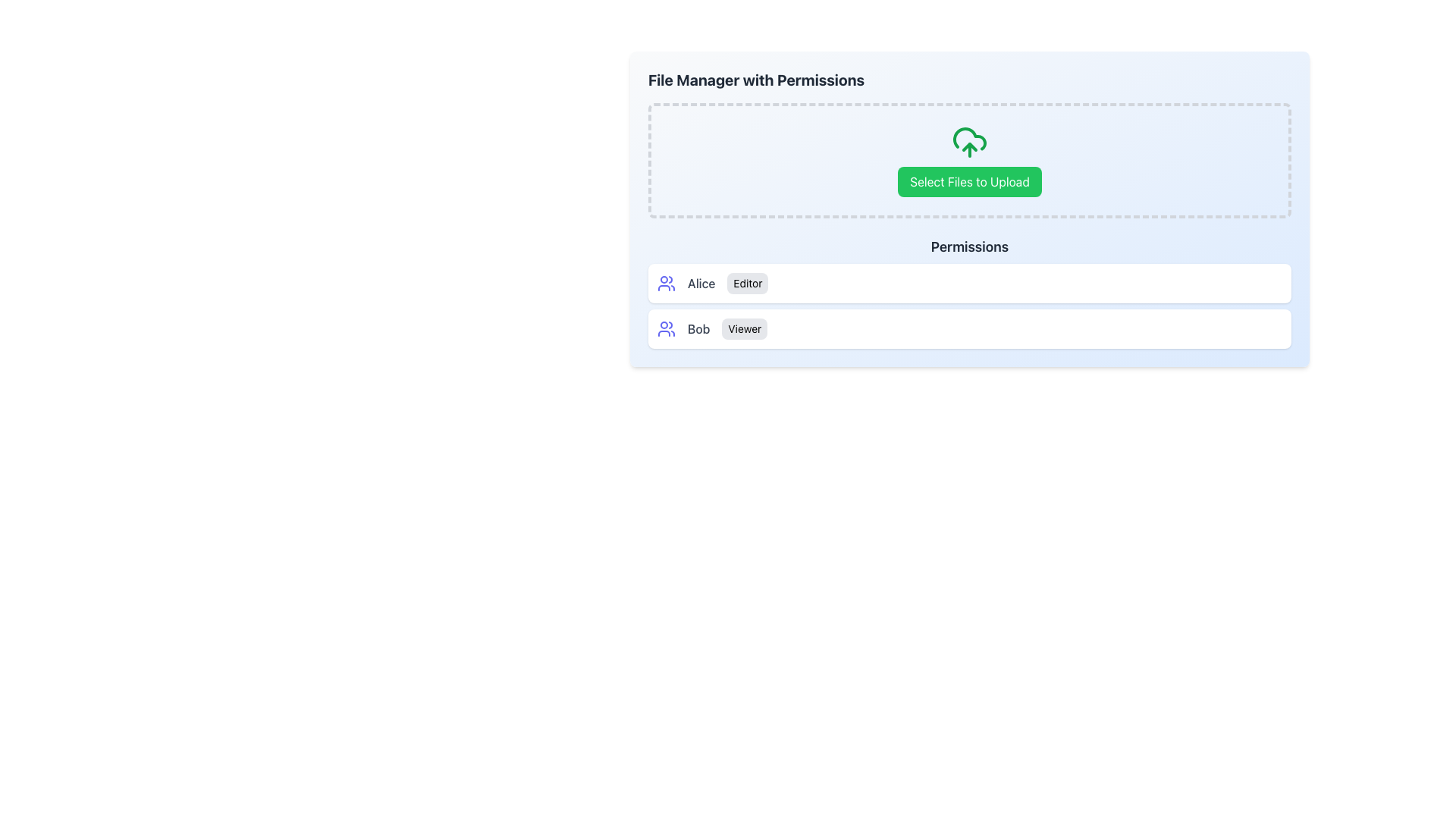 The height and width of the screenshot is (819, 1456). Describe the element at coordinates (968, 246) in the screenshot. I see `the text label that serves as a header for the section, positioned centrally beneath the upload button section and above the list entries of users and their roles` at that location.